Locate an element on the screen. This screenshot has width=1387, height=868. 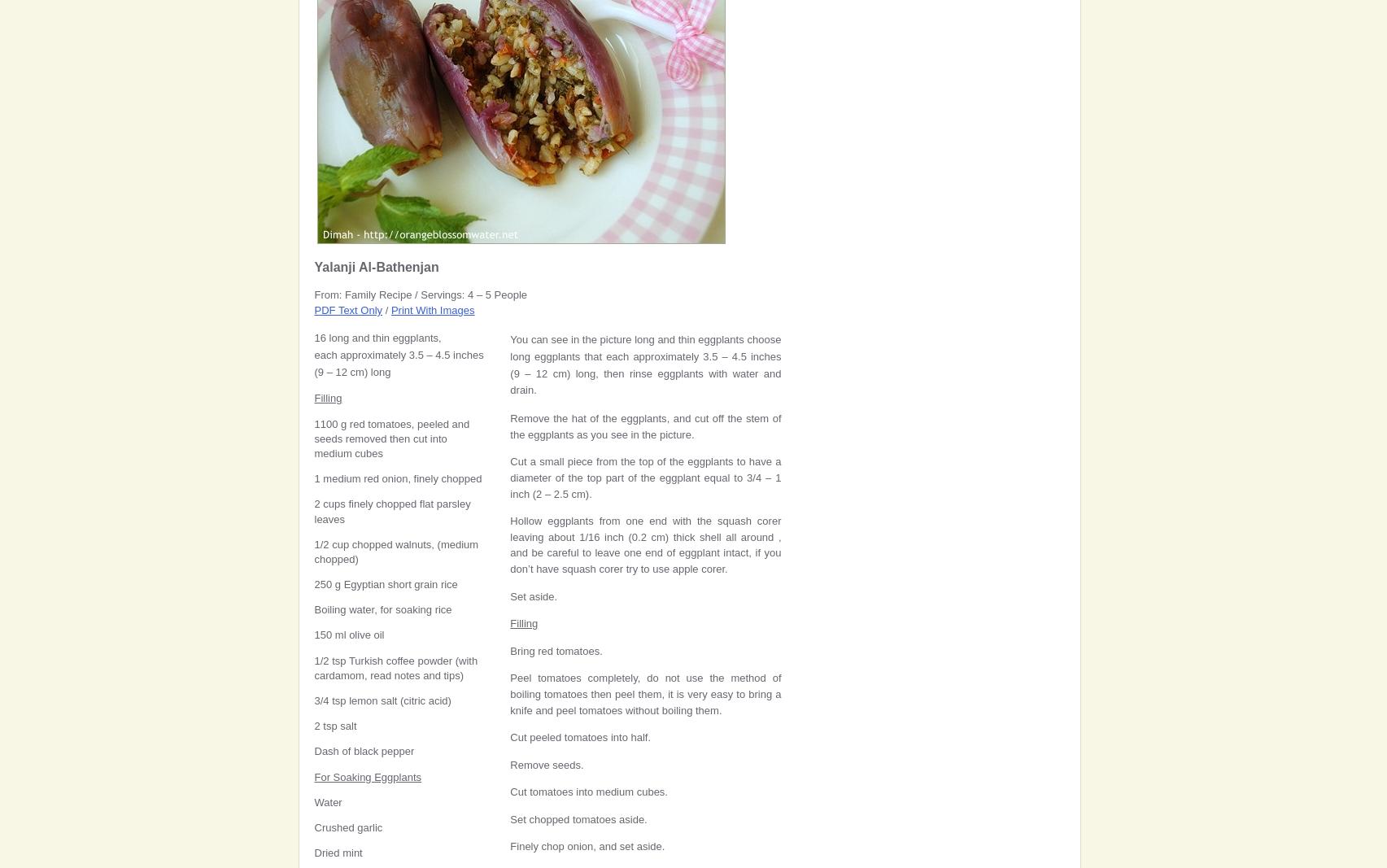
'Boiling water, for soaking rice' is located at coordinates (382, 608).